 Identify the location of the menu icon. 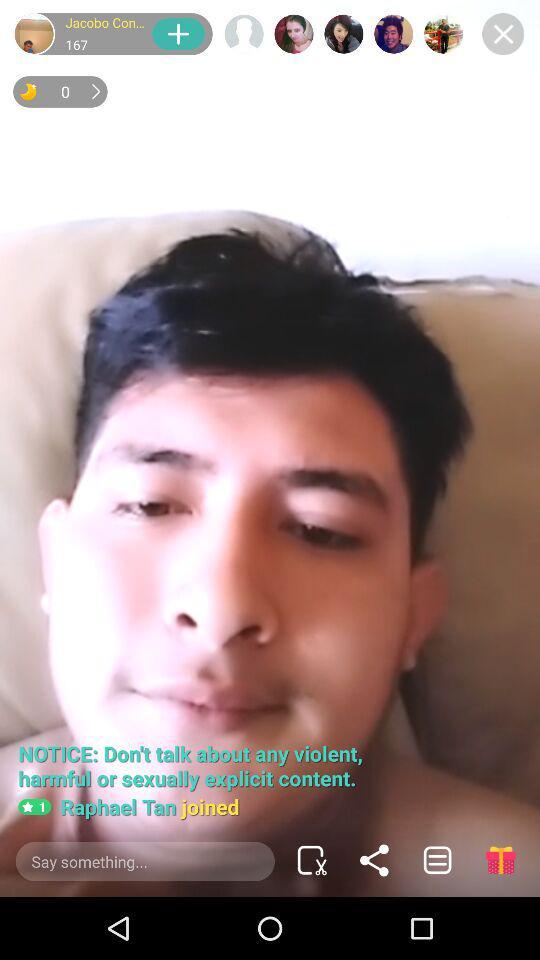
(436, 859).